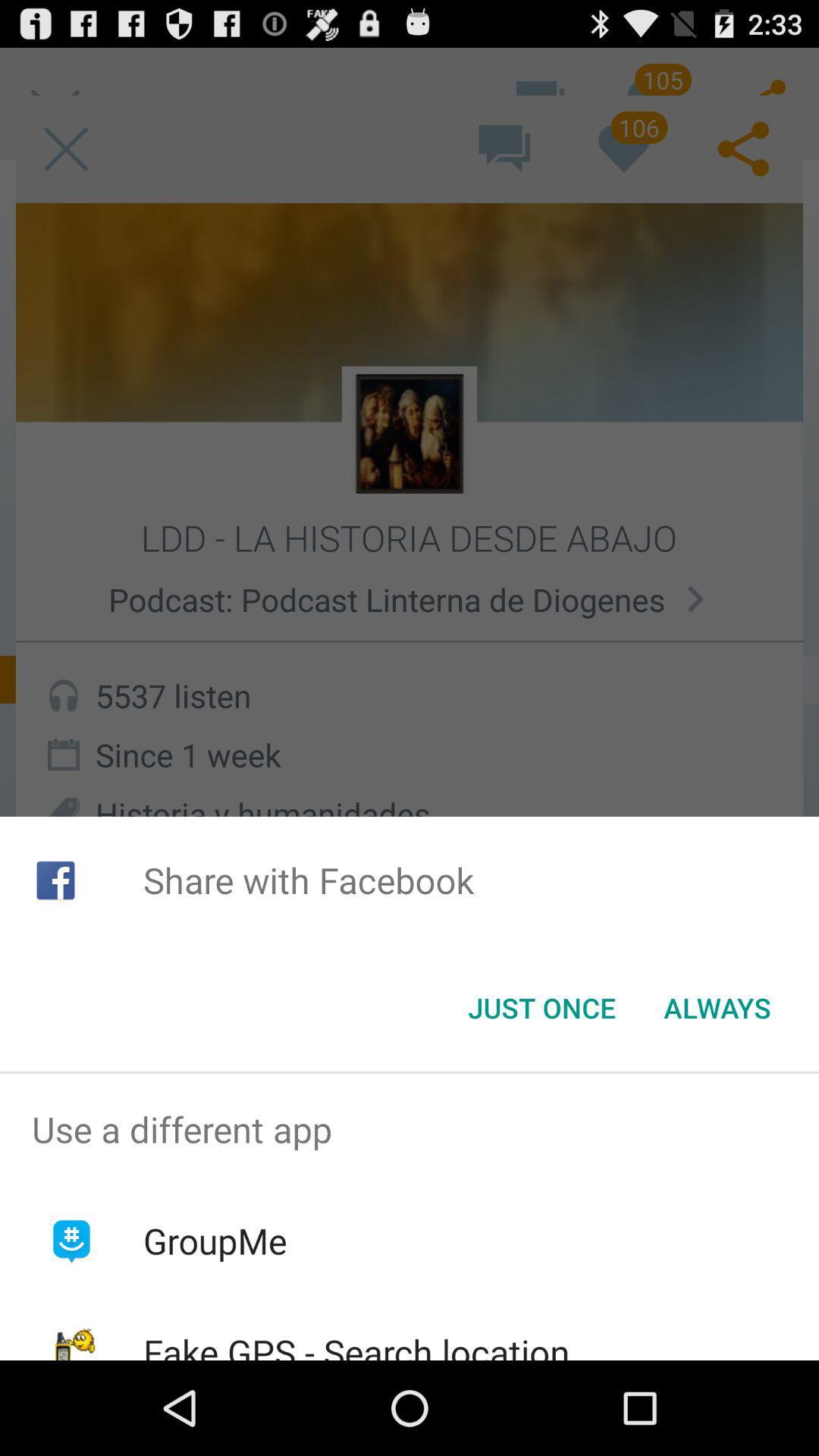  What do you see at coordinates (215, 1241) in the screenshot?
I see `item below the use a different icon` at bounding box center [215, 1241].